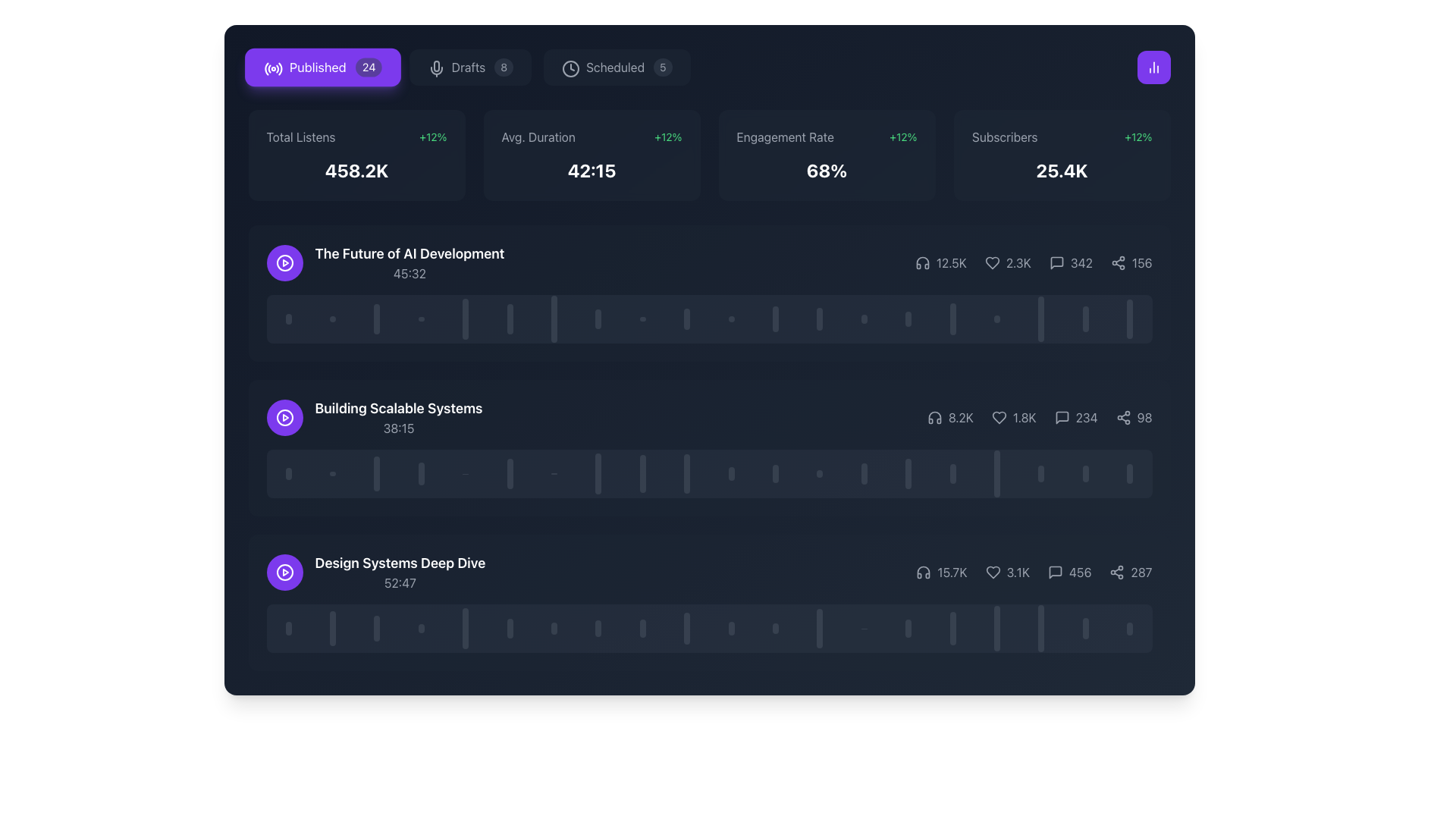 This screenshot has width=1456, height=819. I want to click on the fifth vertical progression bar in the playback timeline of the audio section titled 'The Future of AI Development', which is gray and rounded at the ends, so click(465, 318).